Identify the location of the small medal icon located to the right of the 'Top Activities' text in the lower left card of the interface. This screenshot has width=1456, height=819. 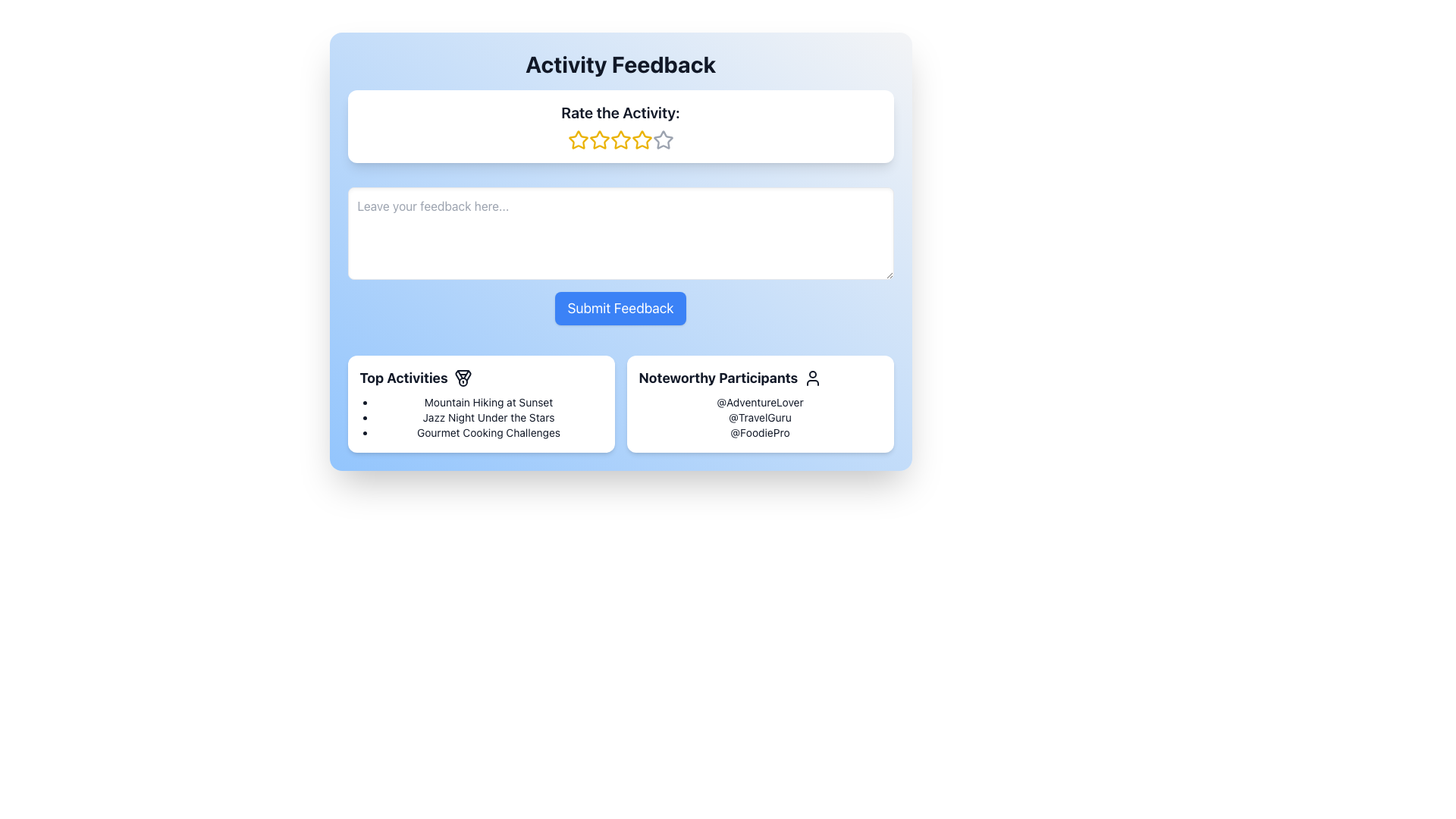
(462, 377).